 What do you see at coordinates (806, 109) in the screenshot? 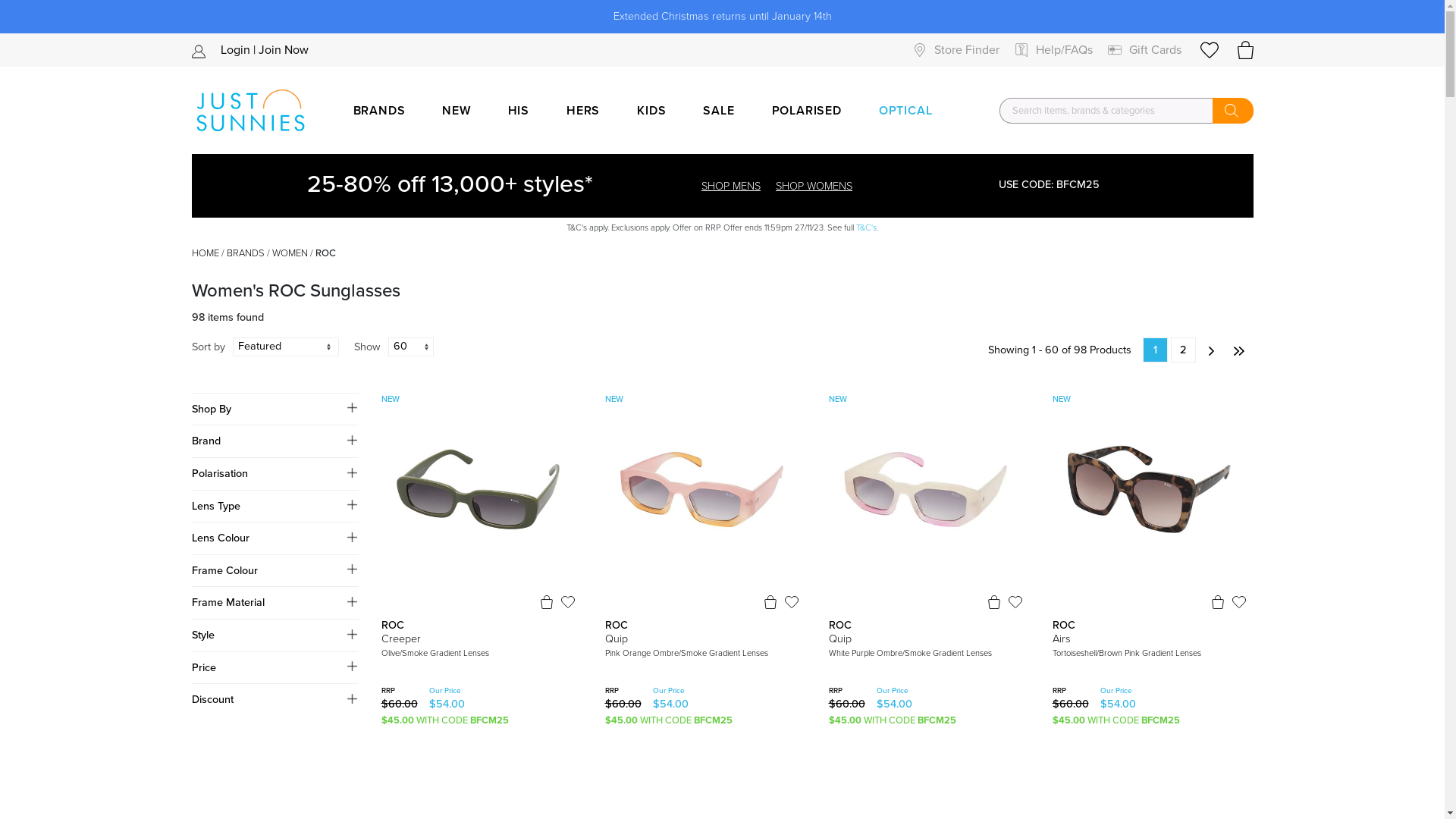
I see `'POLARISED'` at bounding box center [806, 109].